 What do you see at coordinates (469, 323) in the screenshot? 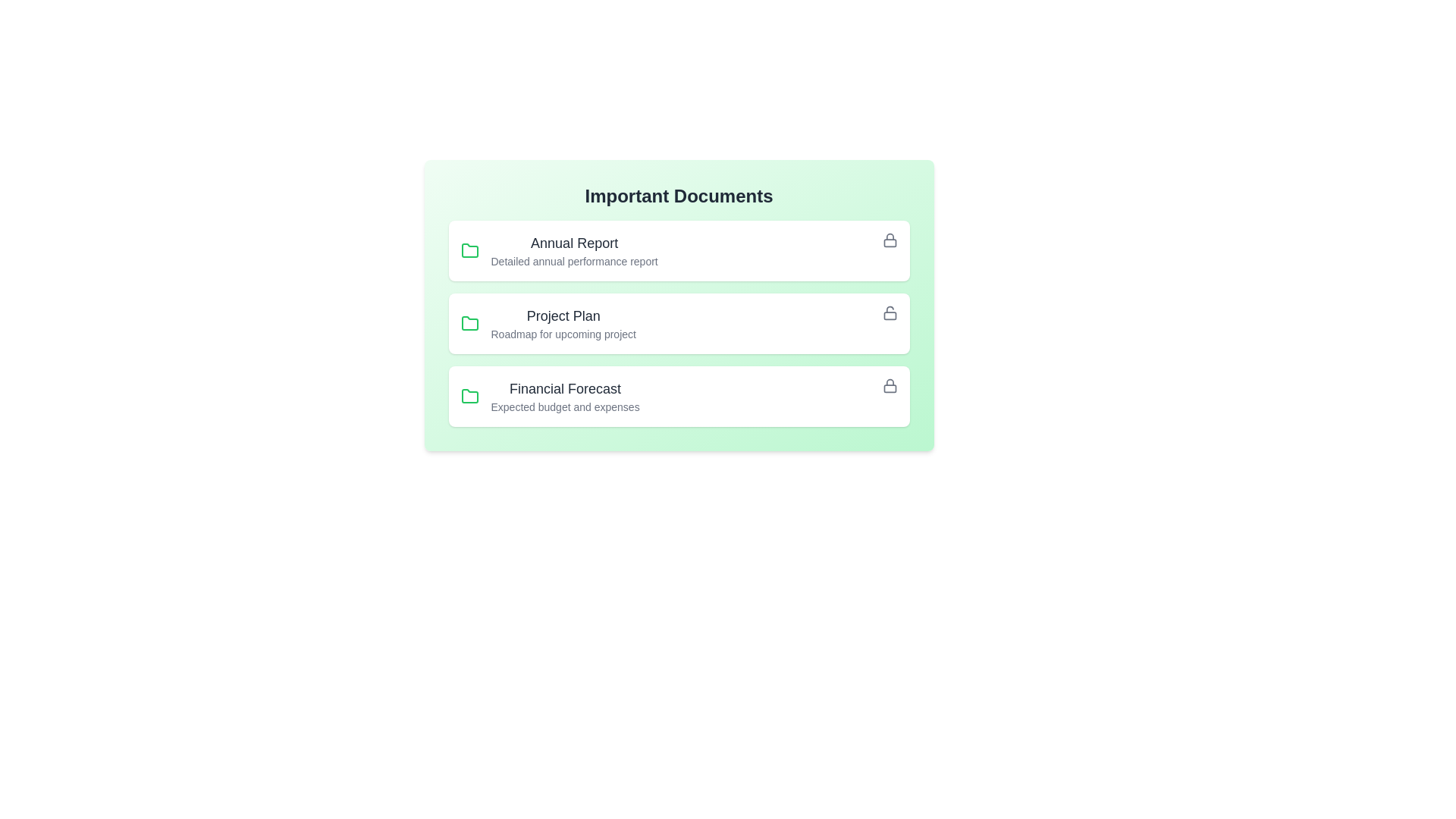
I see `the folder icon corresponding to the document titled Project Plan` at bounding box center [469, 323].